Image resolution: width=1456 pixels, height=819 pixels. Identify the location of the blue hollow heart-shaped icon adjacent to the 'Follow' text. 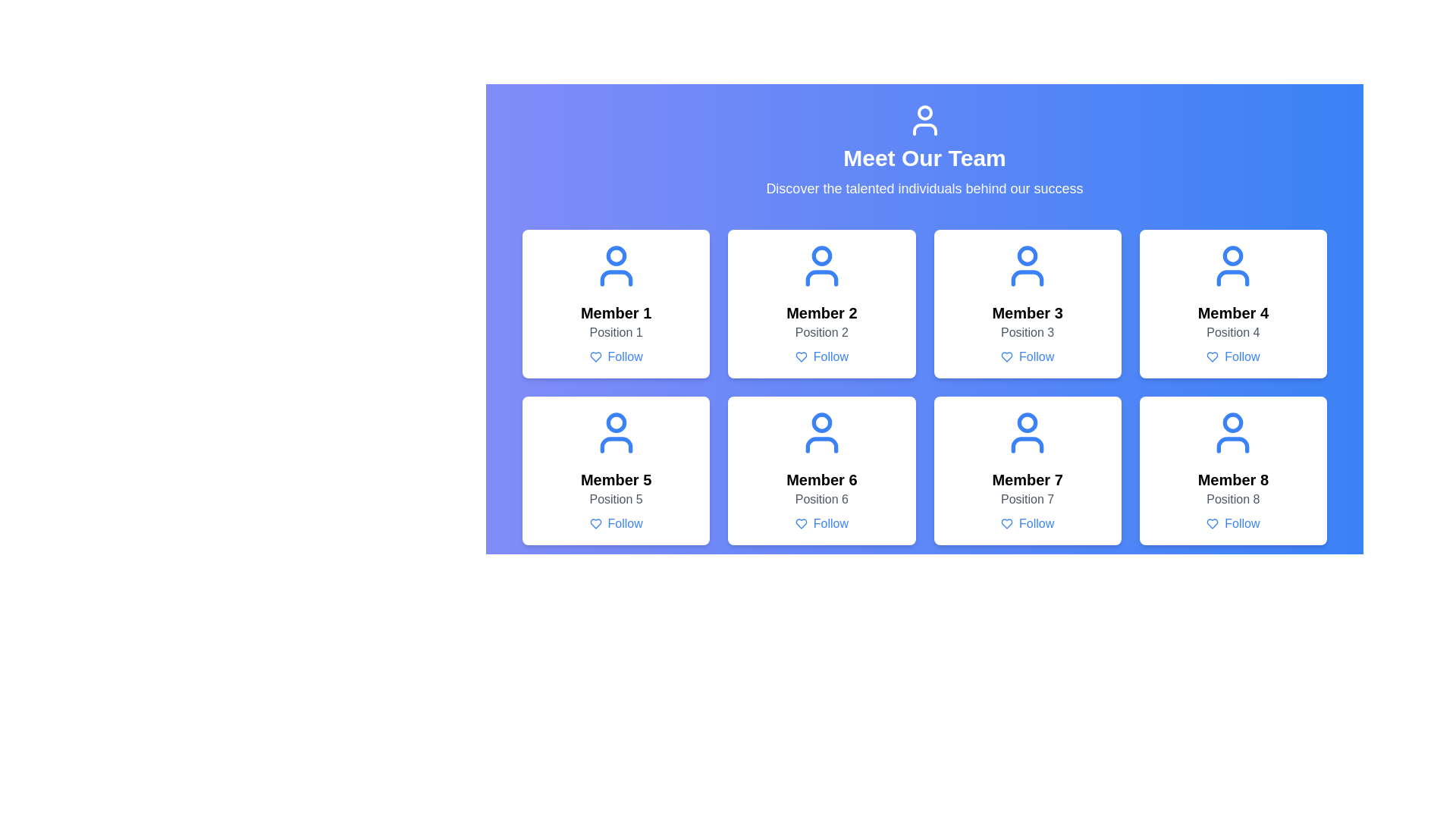
(1007, 356).